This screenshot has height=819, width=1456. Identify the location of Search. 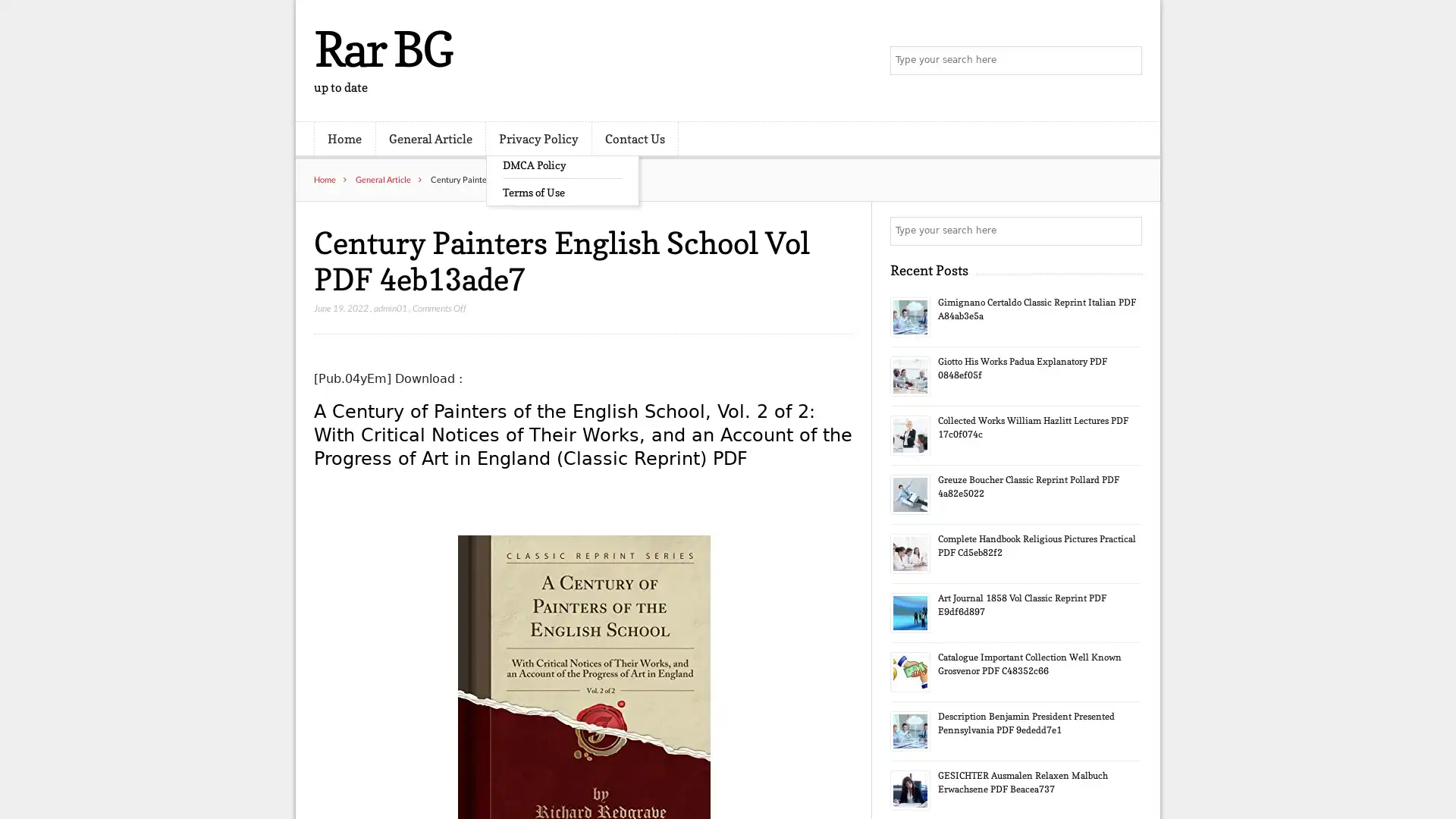
(1126, 61).